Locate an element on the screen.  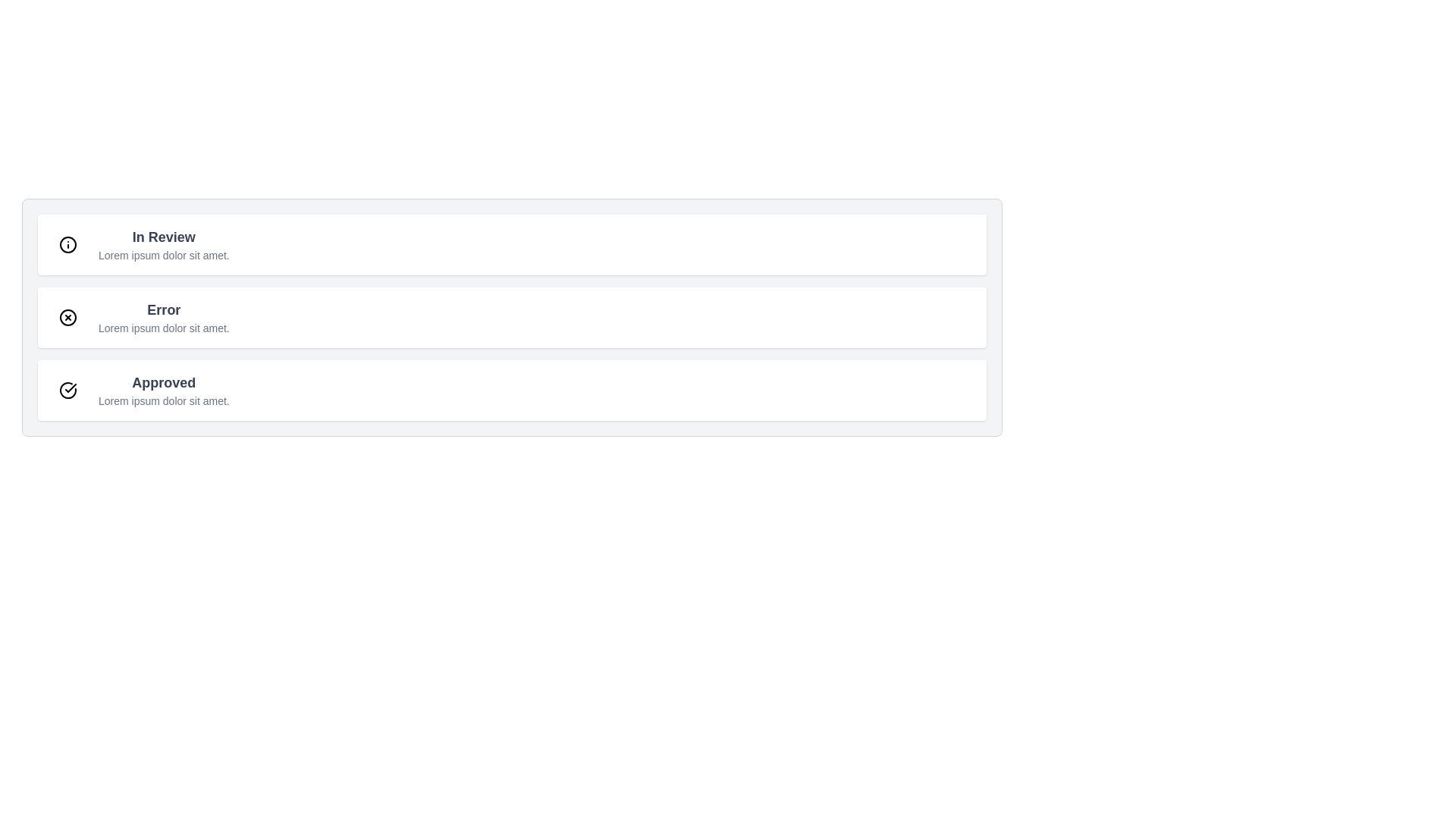
the circular icon with a check mark inside, which is located in the green square area, adjacent to the 'Approved' label and beneath the 'Error' section, indicating success or approval is located at coordinates (67, 390).